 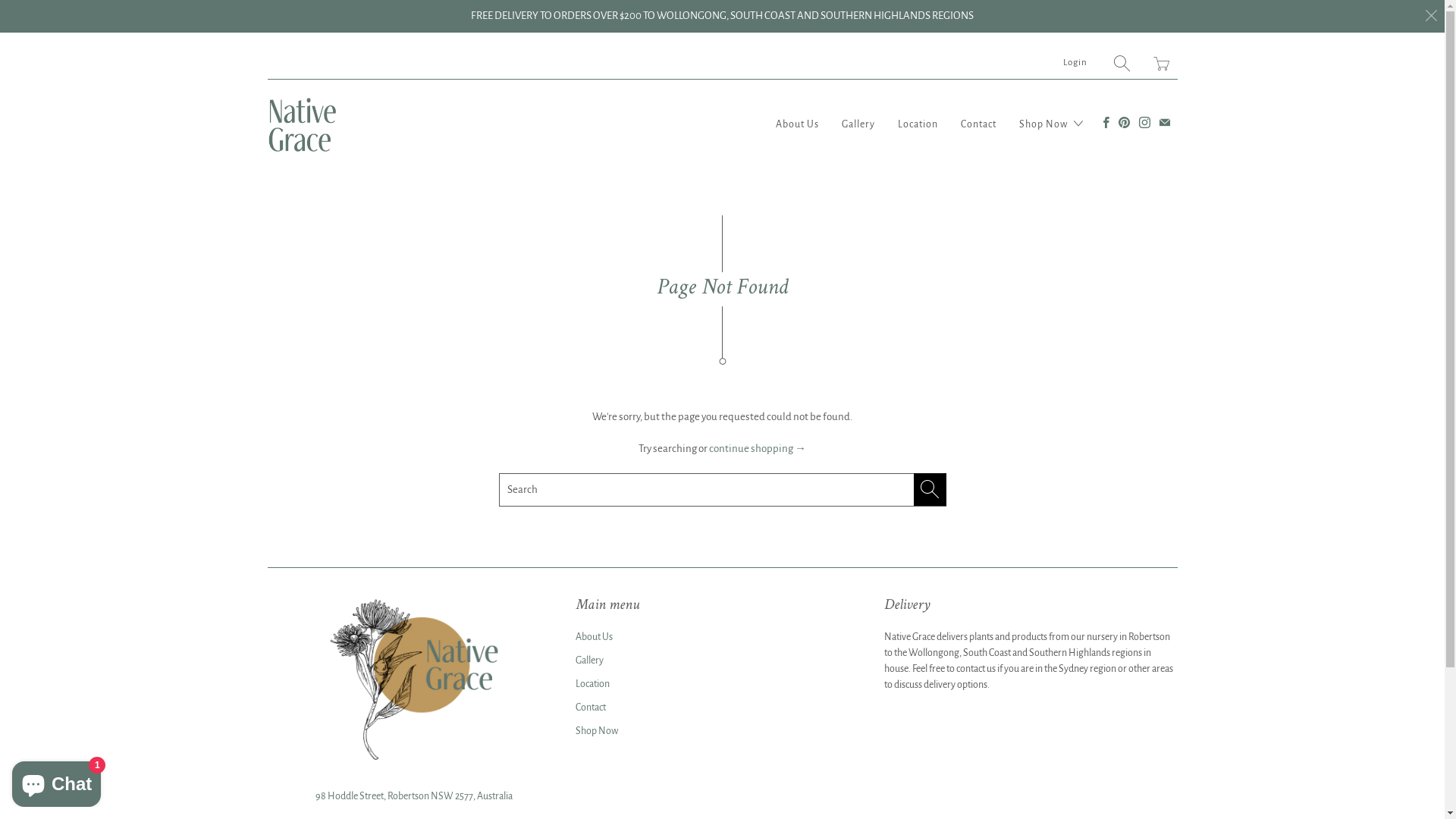 I want to click on 'Contact', so click(x=977, y=123).